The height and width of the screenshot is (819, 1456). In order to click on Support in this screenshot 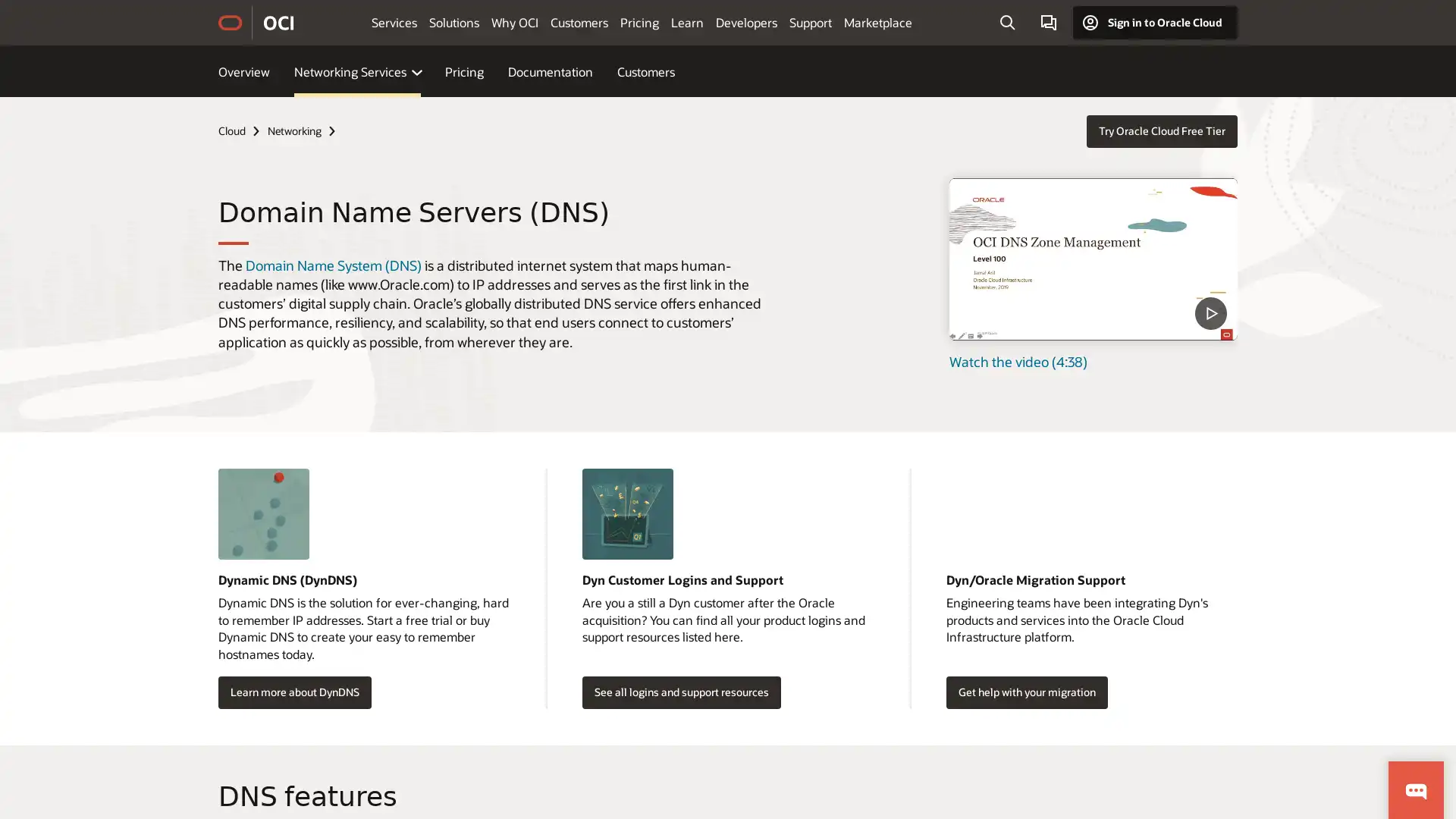, I will do `click(810, 22)`.